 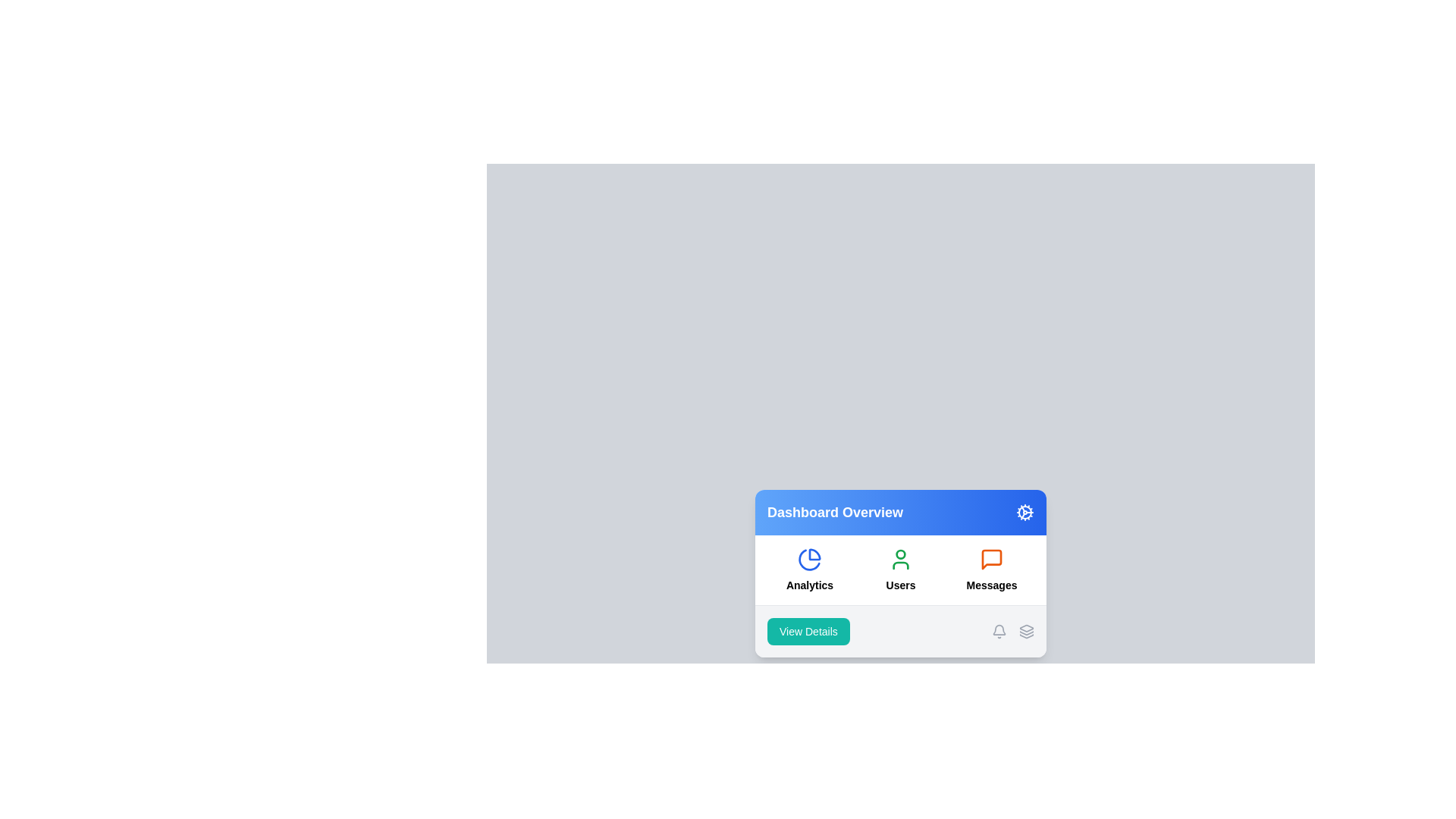 What do you see at coordinates (901, 570) in the screenshot?
I see `labels for the central section of the grid layout containing icons and text for 'Analytics', 'Users', and 'Messages' located below the 'Dashboard Overview' header` at bounding box center [901, 570].